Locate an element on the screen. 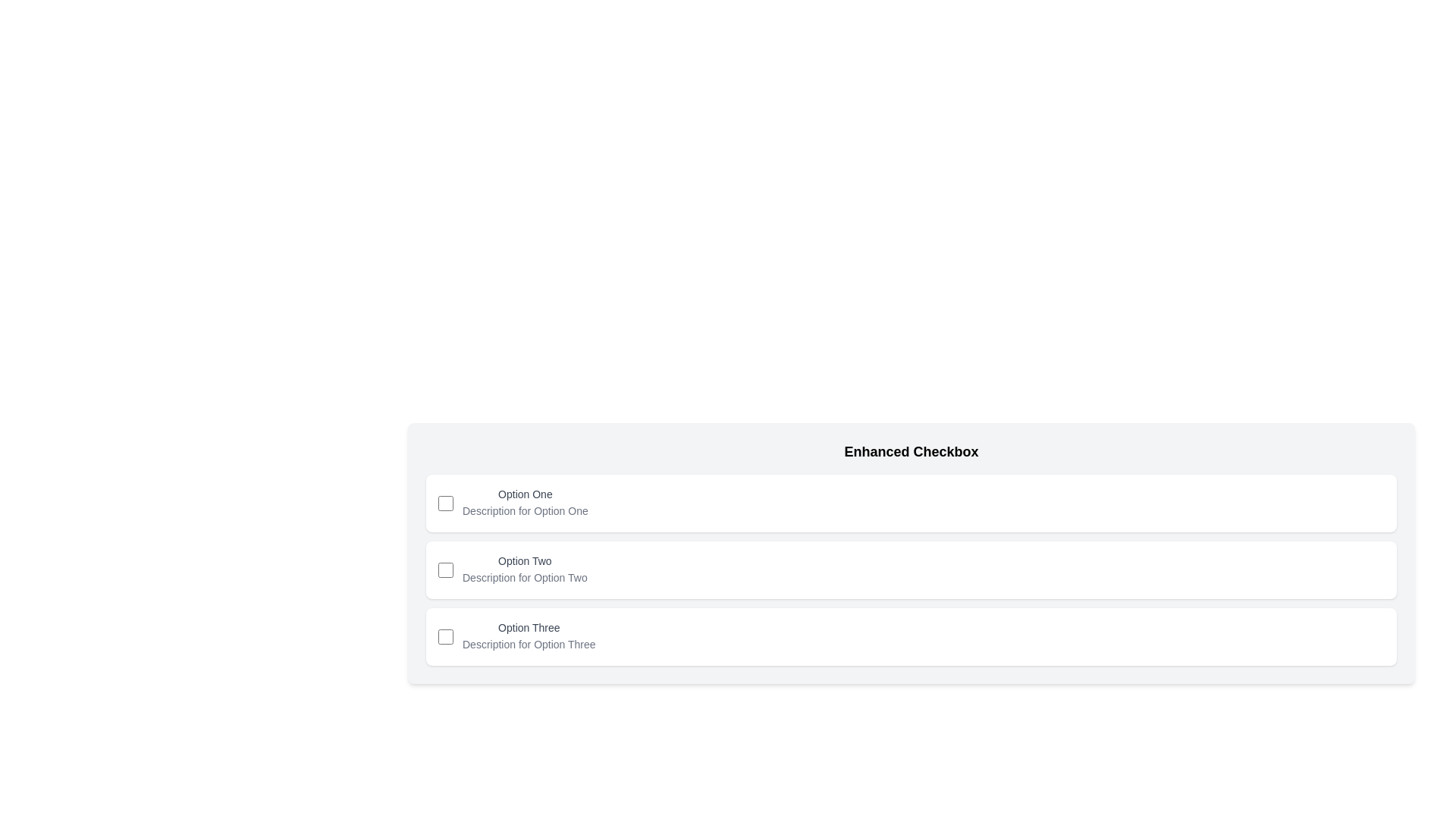 The image size is (1456, 819). the text label displaying 'Description for Option Three', which is positioned below the 'Option Three' label in the third checkbox option row is located at coordinates (529, 644).